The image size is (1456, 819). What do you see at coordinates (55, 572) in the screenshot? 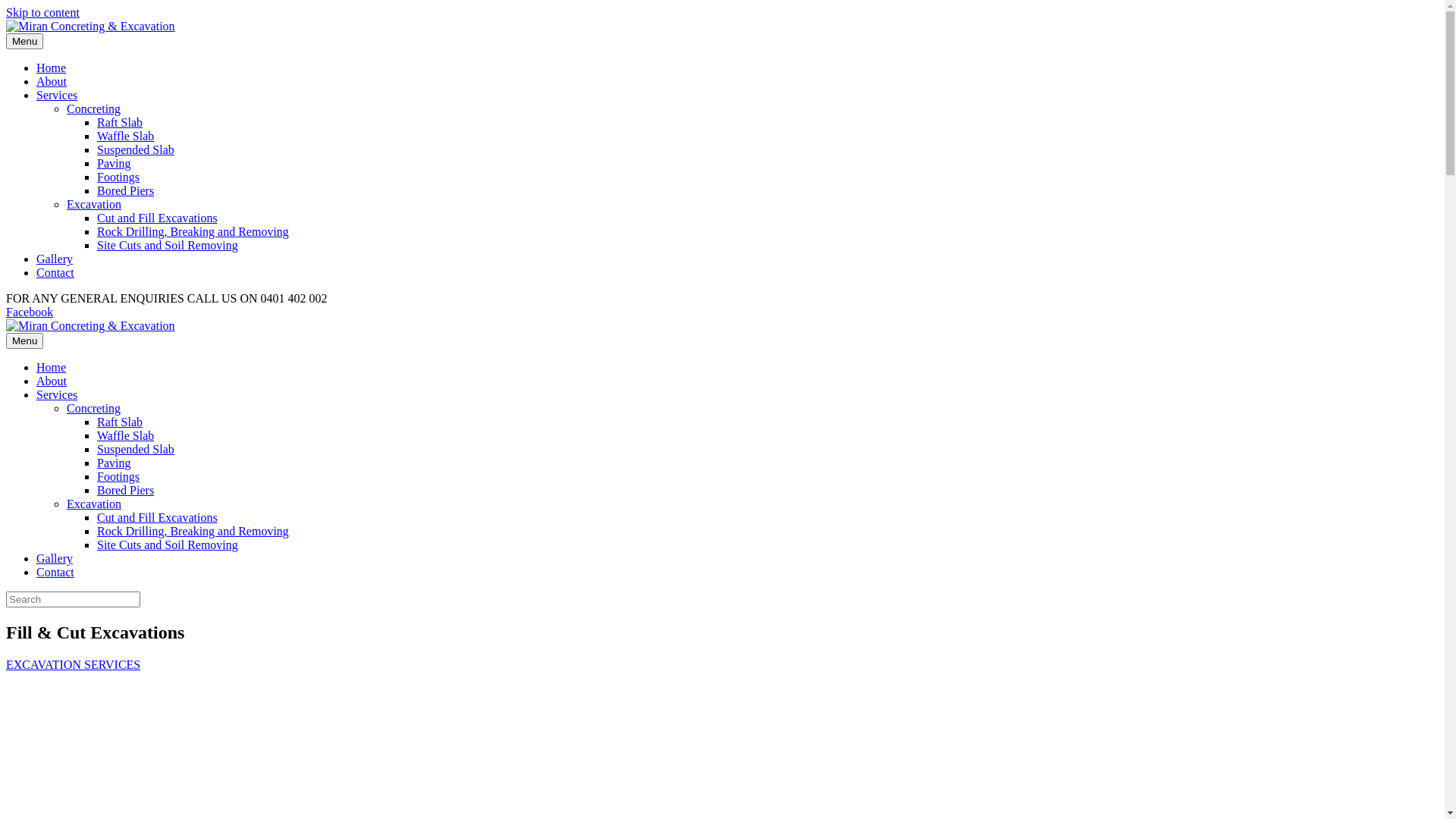
I see `'Contact'` at bounding box center [55, 572].